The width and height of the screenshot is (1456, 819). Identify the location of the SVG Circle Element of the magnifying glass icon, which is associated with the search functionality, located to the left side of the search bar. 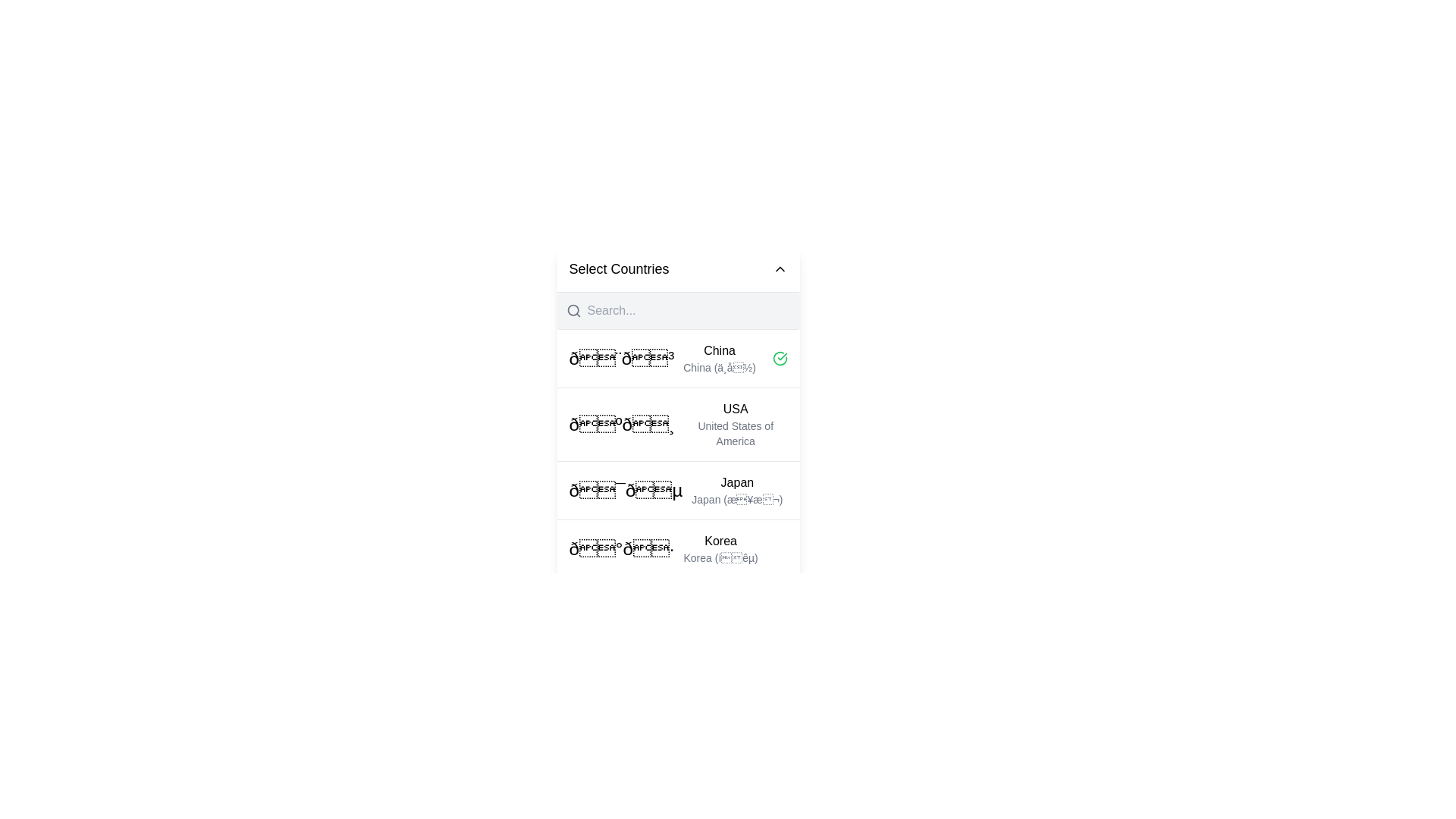
(572, 309).